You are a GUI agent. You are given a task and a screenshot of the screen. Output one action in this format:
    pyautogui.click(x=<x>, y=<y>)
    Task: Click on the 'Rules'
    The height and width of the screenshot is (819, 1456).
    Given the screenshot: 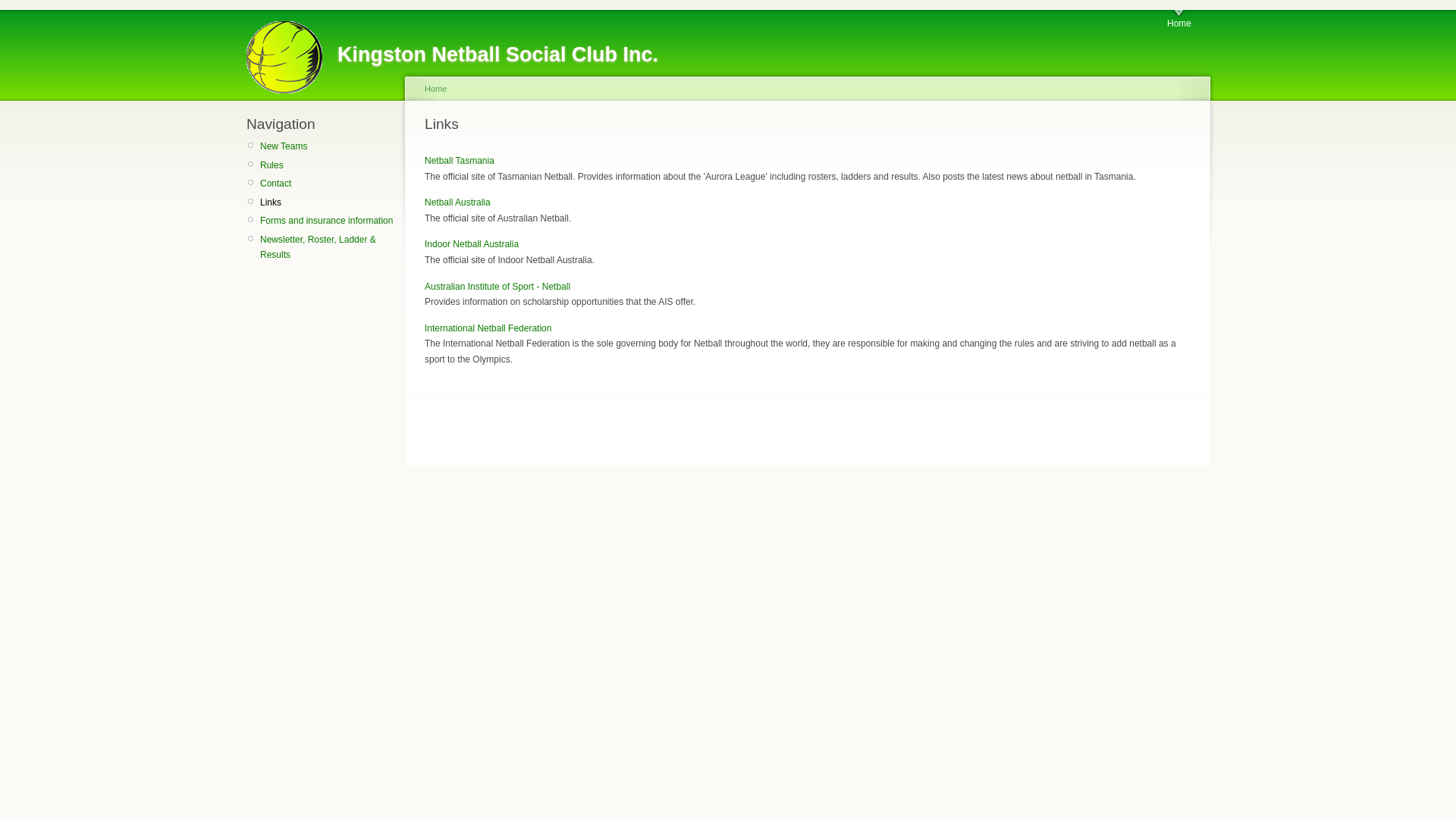 What is the action you would take?
    pyautogui.click(x=326, y=165)
    